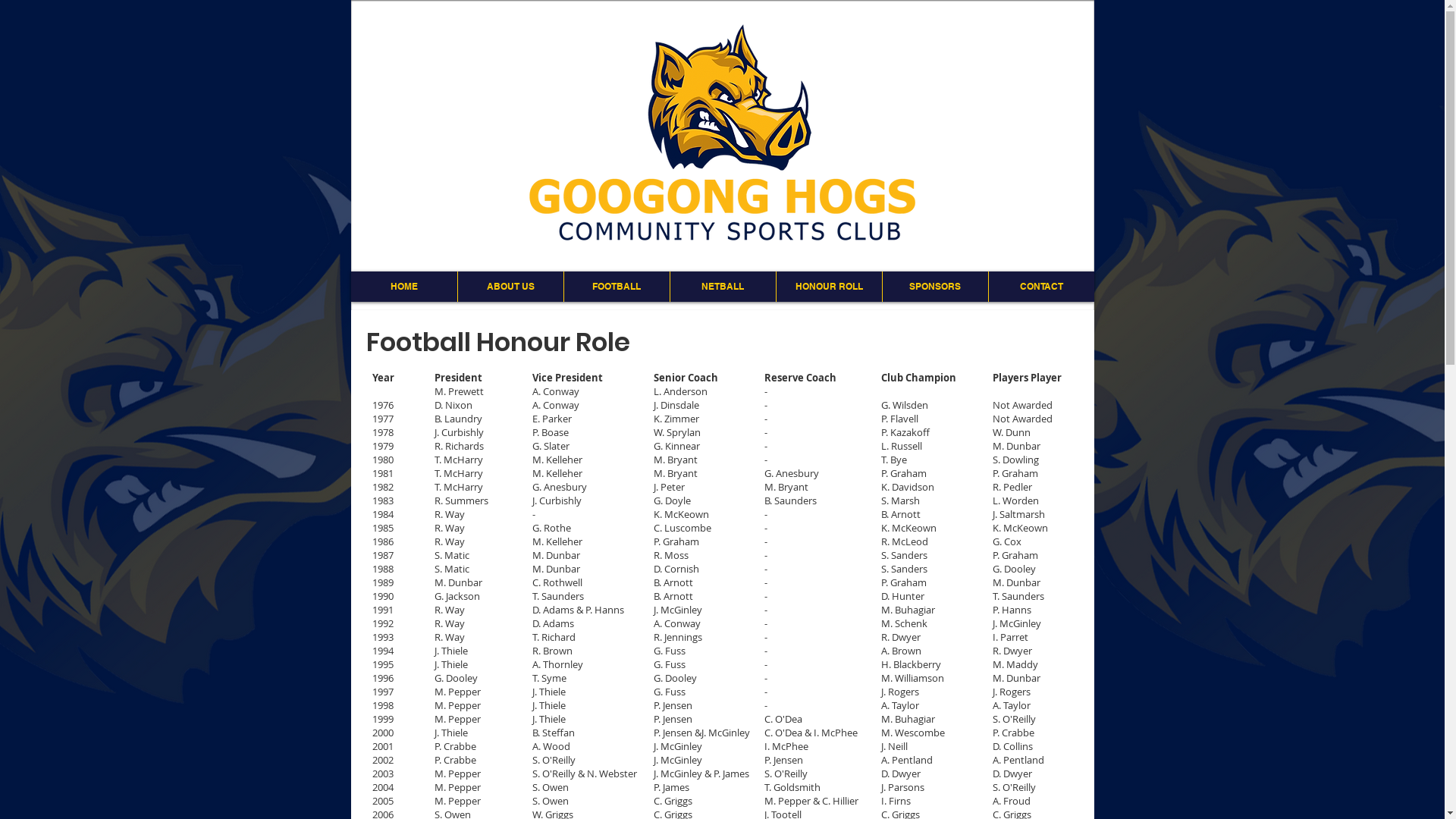 The image size is (1456, 819). I want to click on 'NETBALL', so click(668, 287).